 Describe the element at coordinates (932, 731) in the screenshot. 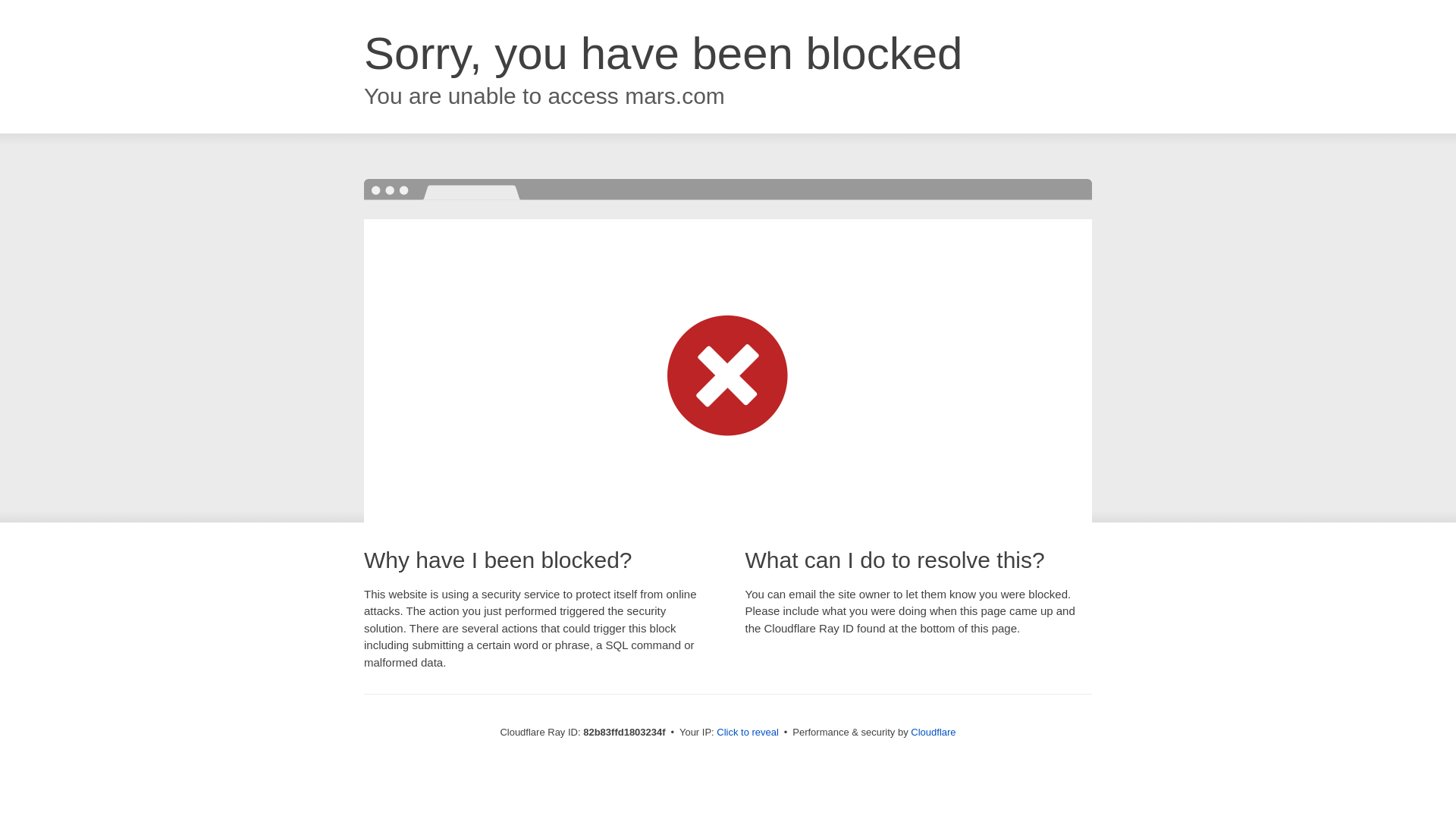

I see `'Cloudflare'` at that location.